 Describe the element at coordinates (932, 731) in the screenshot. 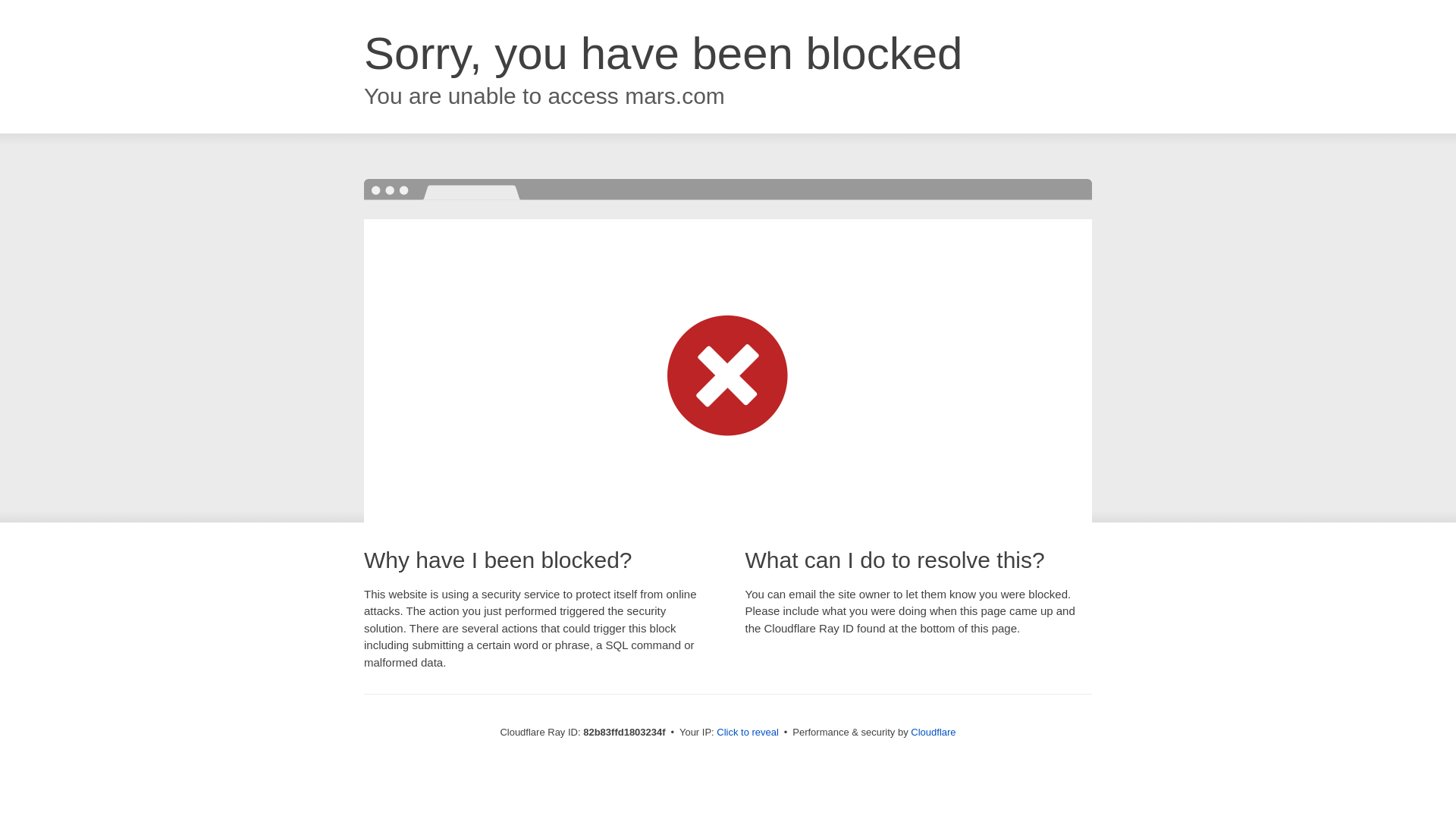

I see `'Cloudflare'` at that location.